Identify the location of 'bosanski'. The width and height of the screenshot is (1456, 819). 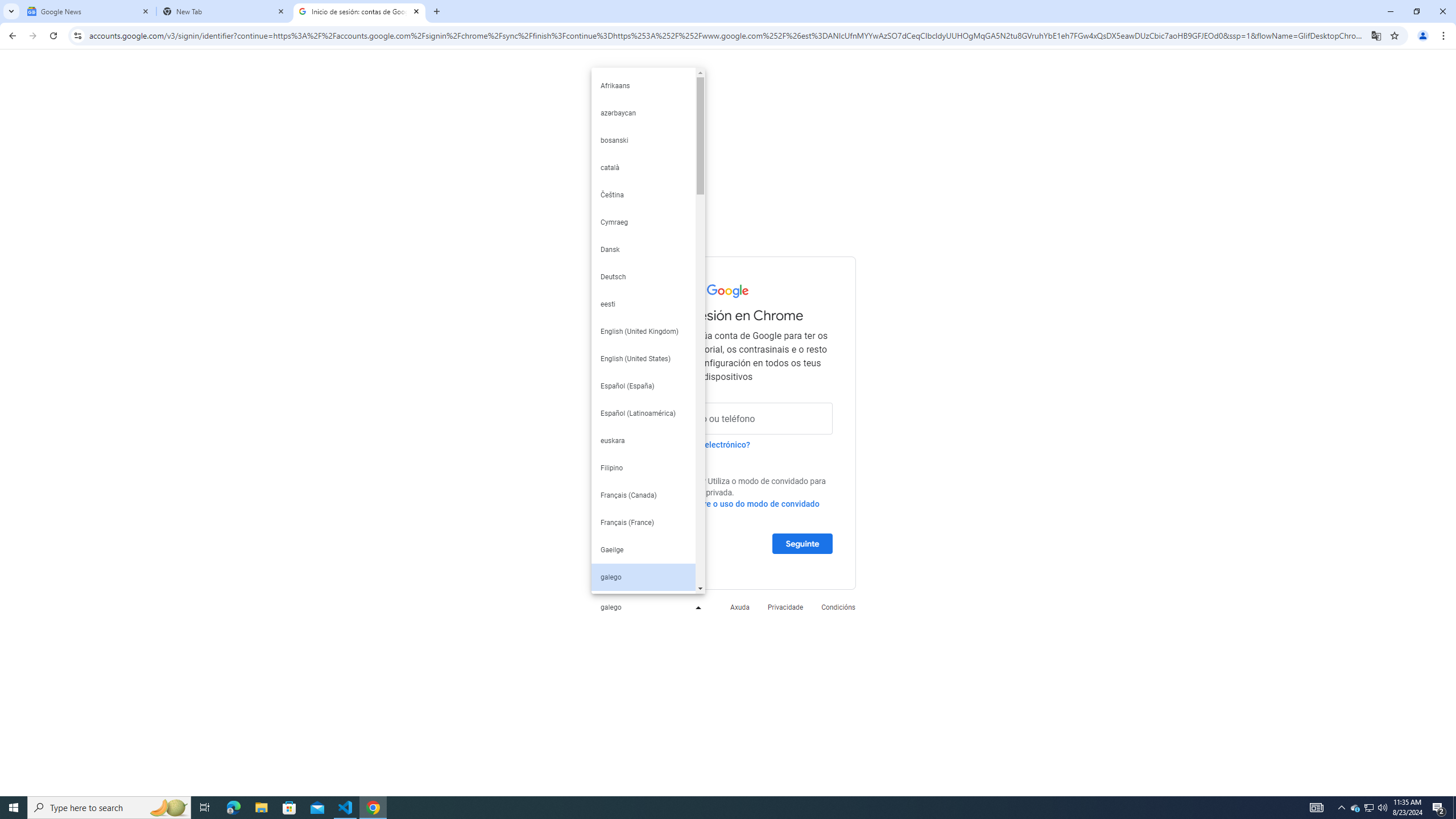
(643, 139).